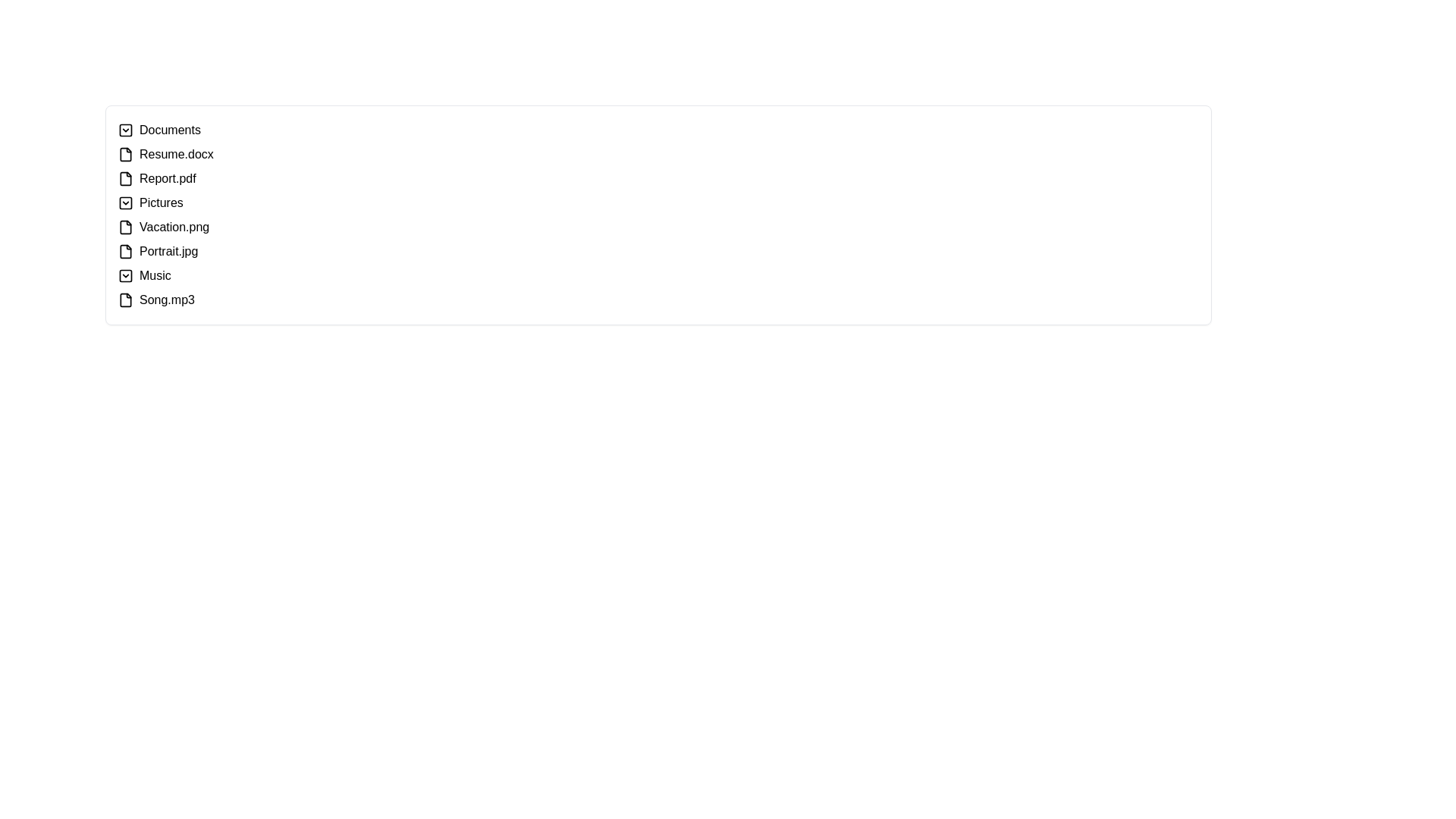 This screenshot has width=1456, height=819. Describe the element at coordinates (174, 227) in the screenshot. I see `the text label displaying 'Vacation.png'` at that location.